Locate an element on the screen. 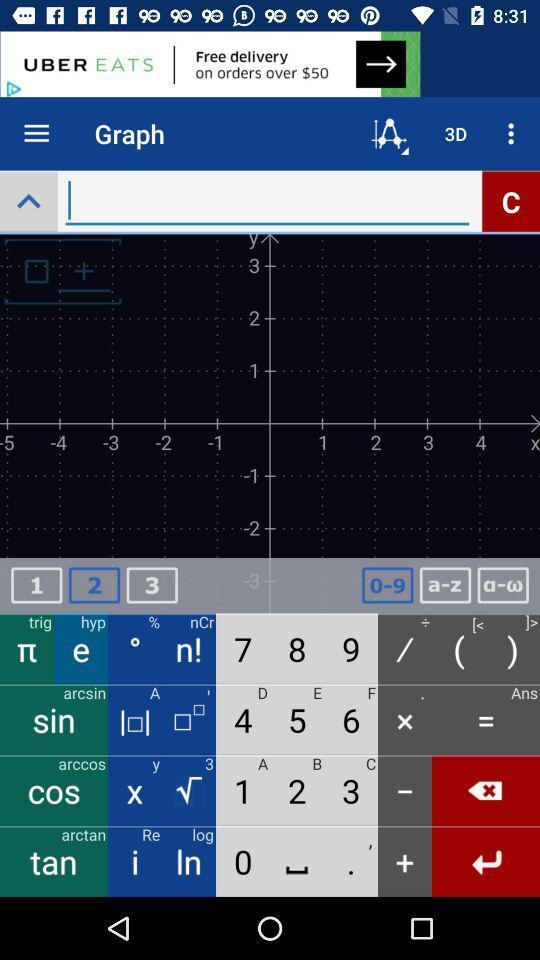  option 3 is located at coordinates (151, 585).